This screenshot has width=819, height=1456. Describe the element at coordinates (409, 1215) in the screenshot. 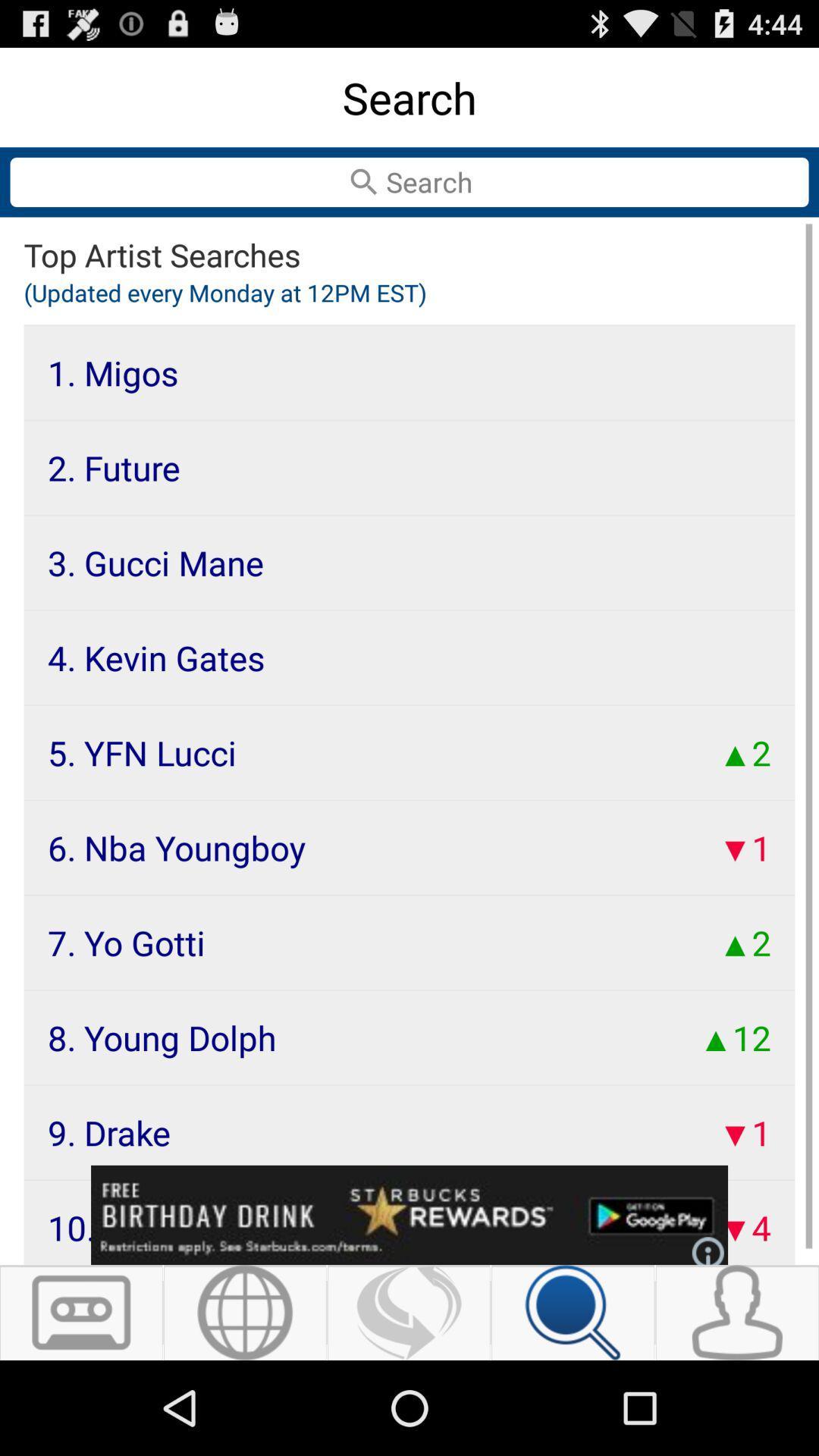

I see `starbucks rewards advertisement` at that location.